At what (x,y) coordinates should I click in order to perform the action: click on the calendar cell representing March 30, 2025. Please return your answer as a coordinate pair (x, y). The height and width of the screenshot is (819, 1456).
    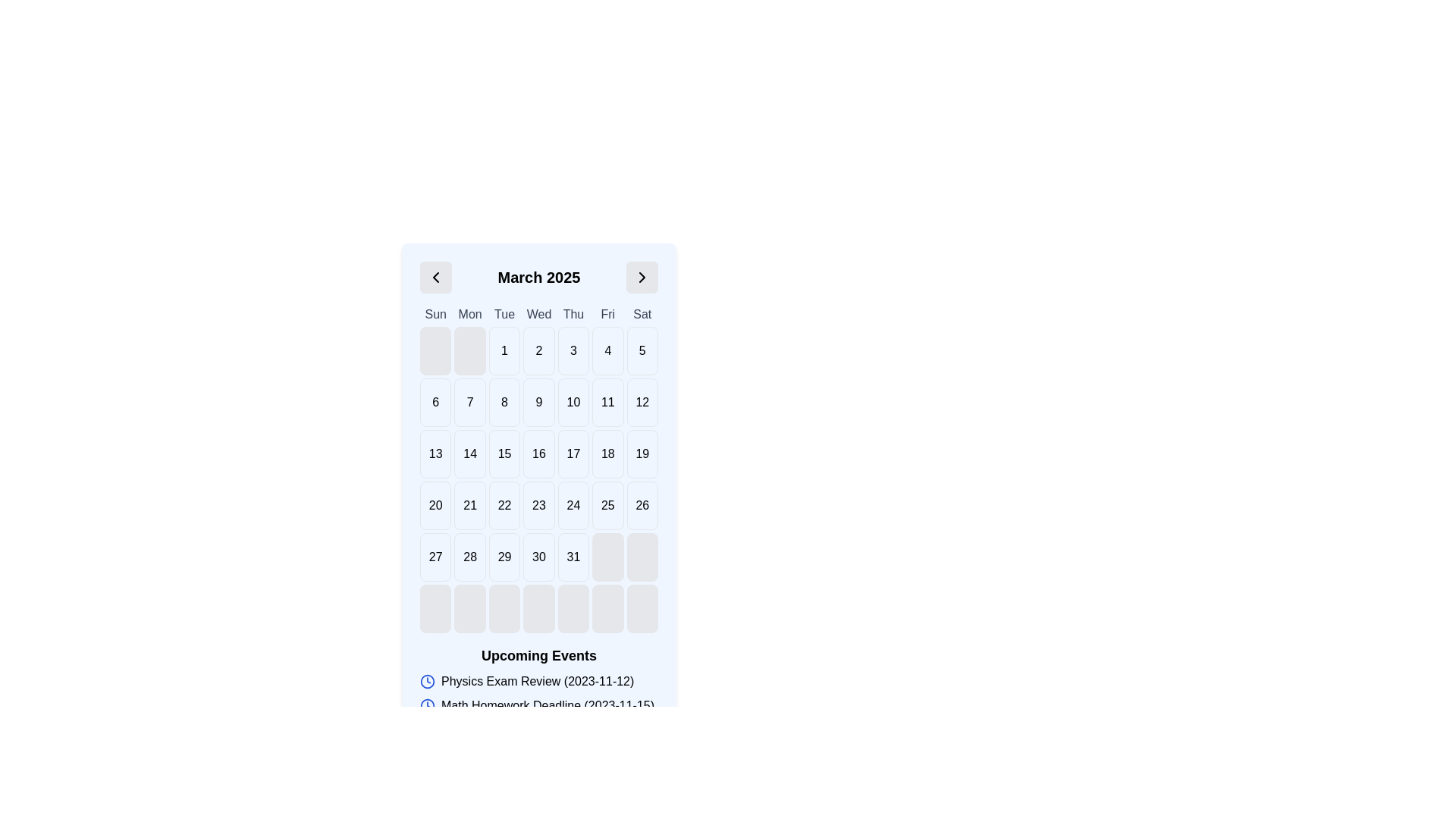
    Looking at the image, I should click on (538, 557).